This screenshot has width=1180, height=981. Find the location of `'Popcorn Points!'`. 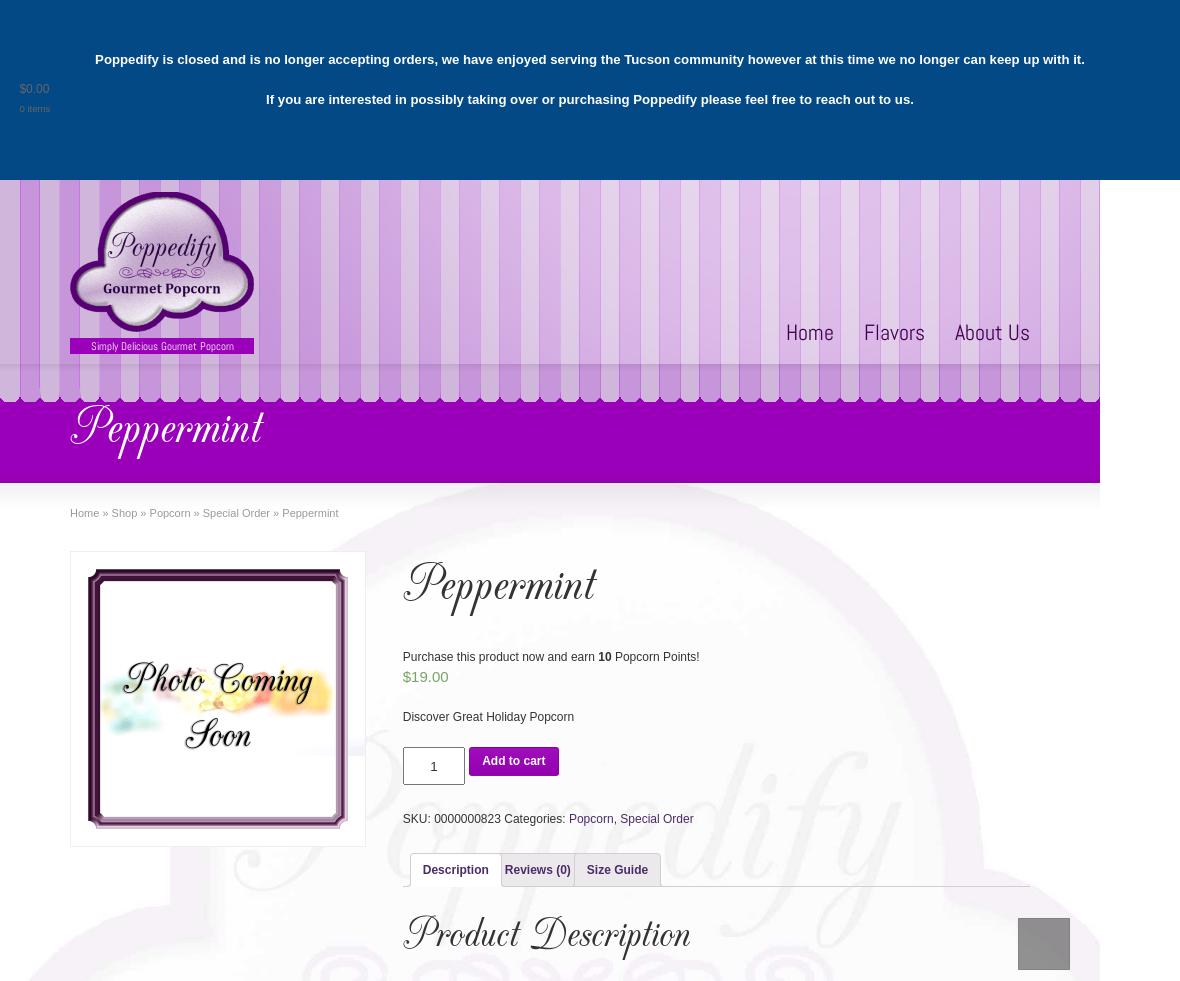

'Popcorn Points!' is located at coordinates (654, 656).